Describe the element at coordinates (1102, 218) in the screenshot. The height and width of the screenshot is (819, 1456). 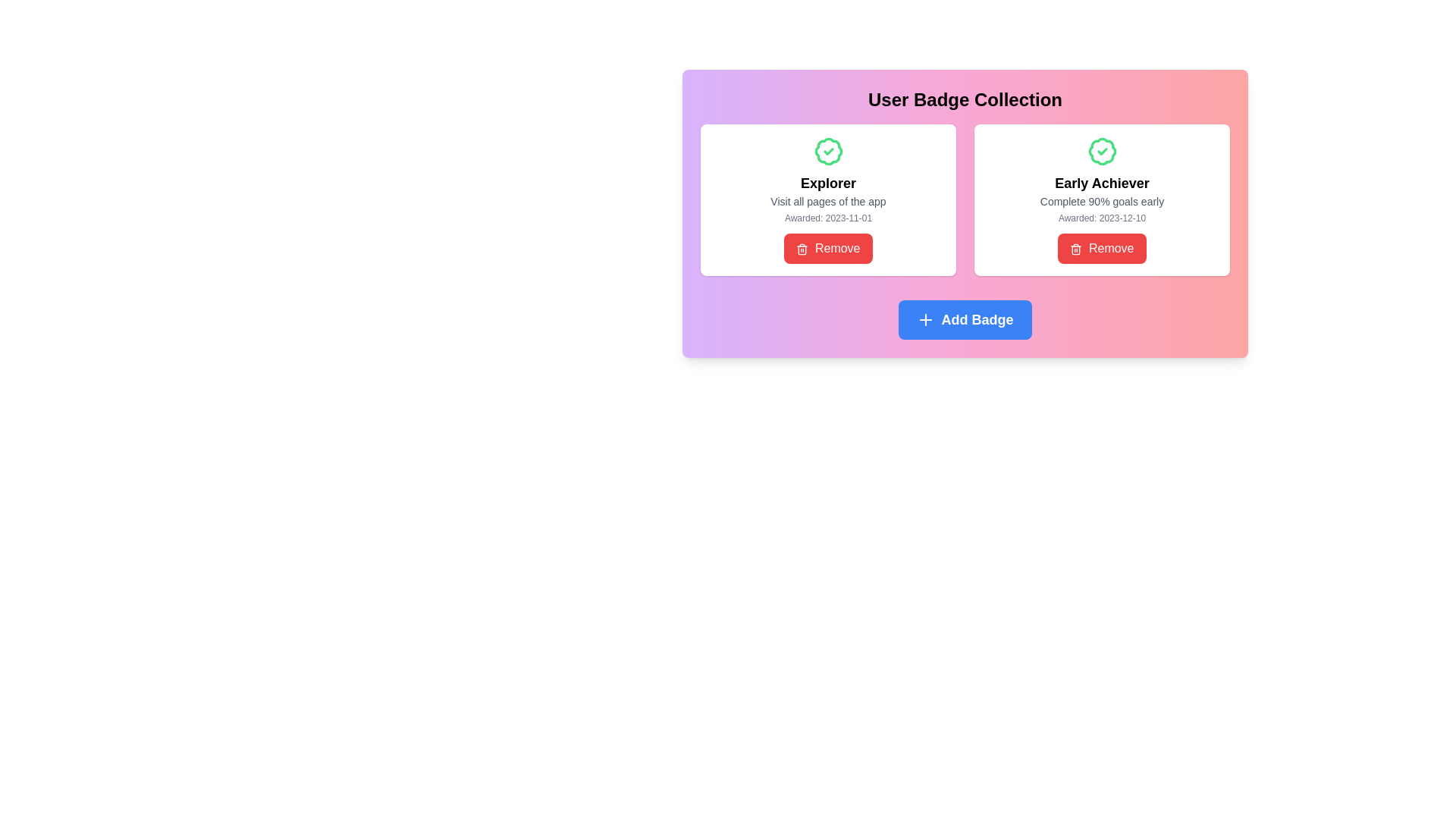
I see `the static text label that reads 'Awarded: 2023-12-10', which is located within the 'Early Achiever' card, positioned below the subtitle 'Complete 90% goals early' and above the 'Remove' button` at that location.